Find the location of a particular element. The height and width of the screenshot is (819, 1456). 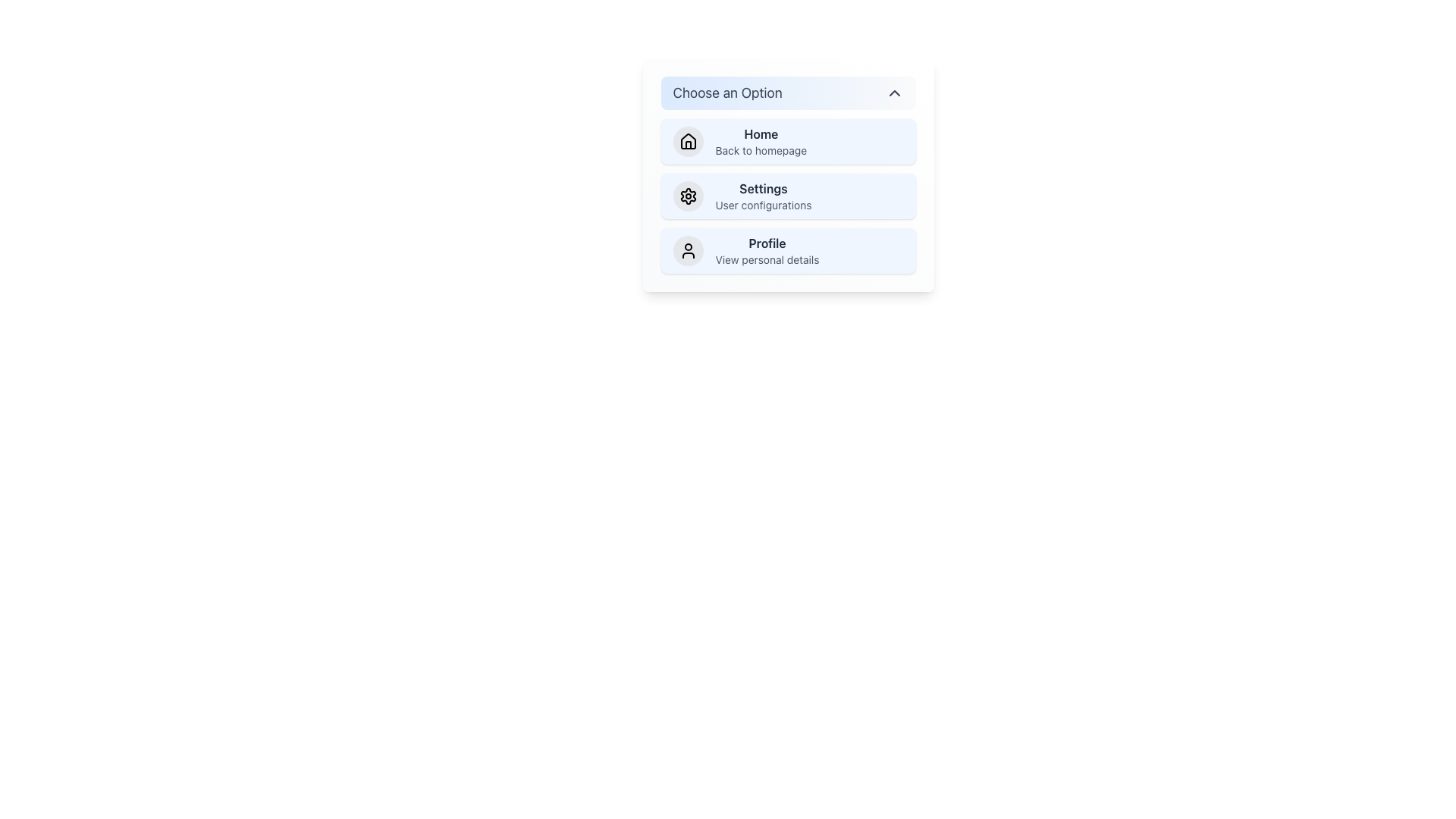

text label that serves as a header for the dropdown menu, positioned at the top center of the menu component is located at coordinates (726, 93).